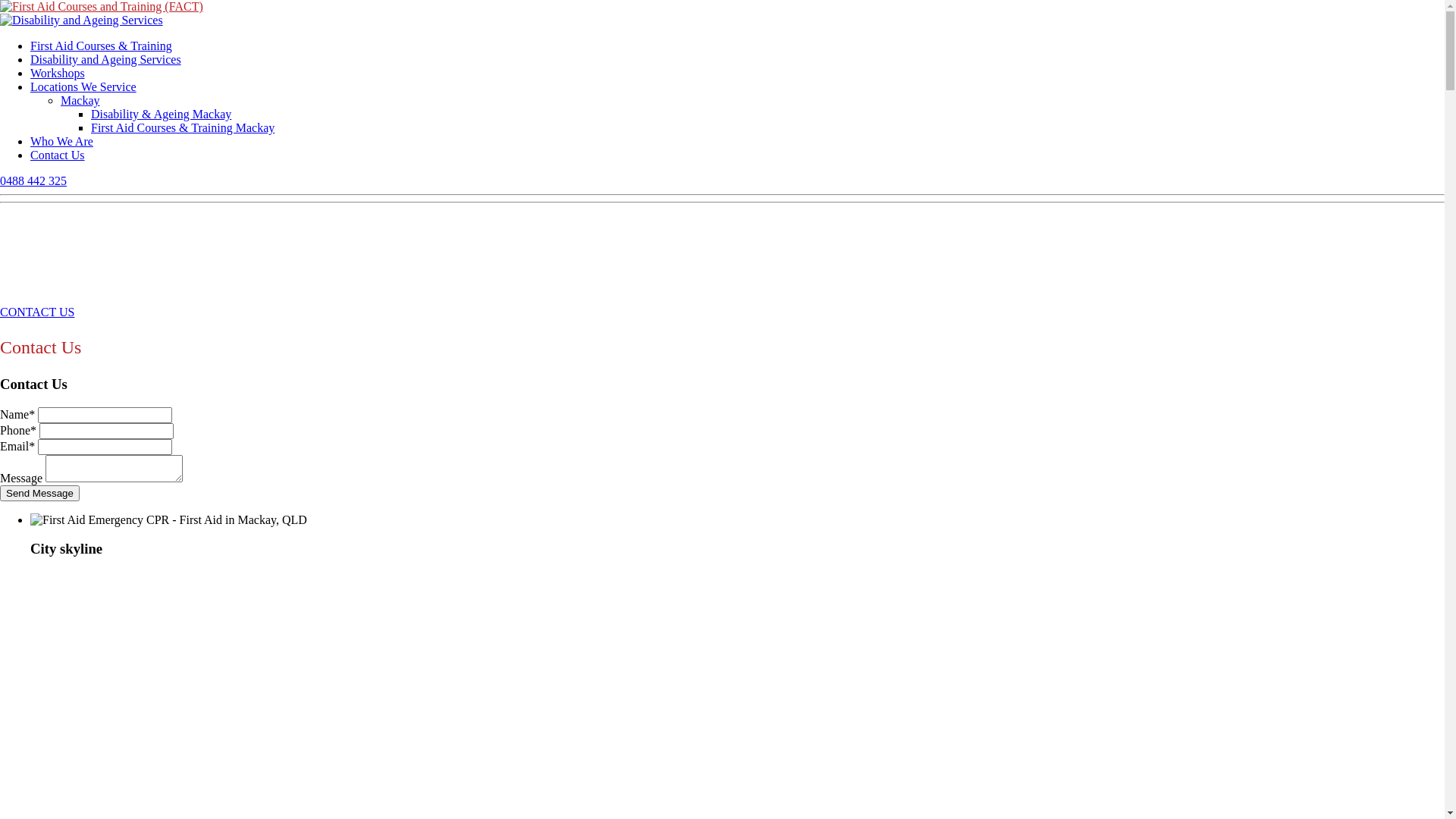 This screenshot has height=819, width=1456. What do you see at coordinates (182, 127) in the screenshot?
I see `'First Aid Courses & Training Mackay'` at bounding box center [182, 127].